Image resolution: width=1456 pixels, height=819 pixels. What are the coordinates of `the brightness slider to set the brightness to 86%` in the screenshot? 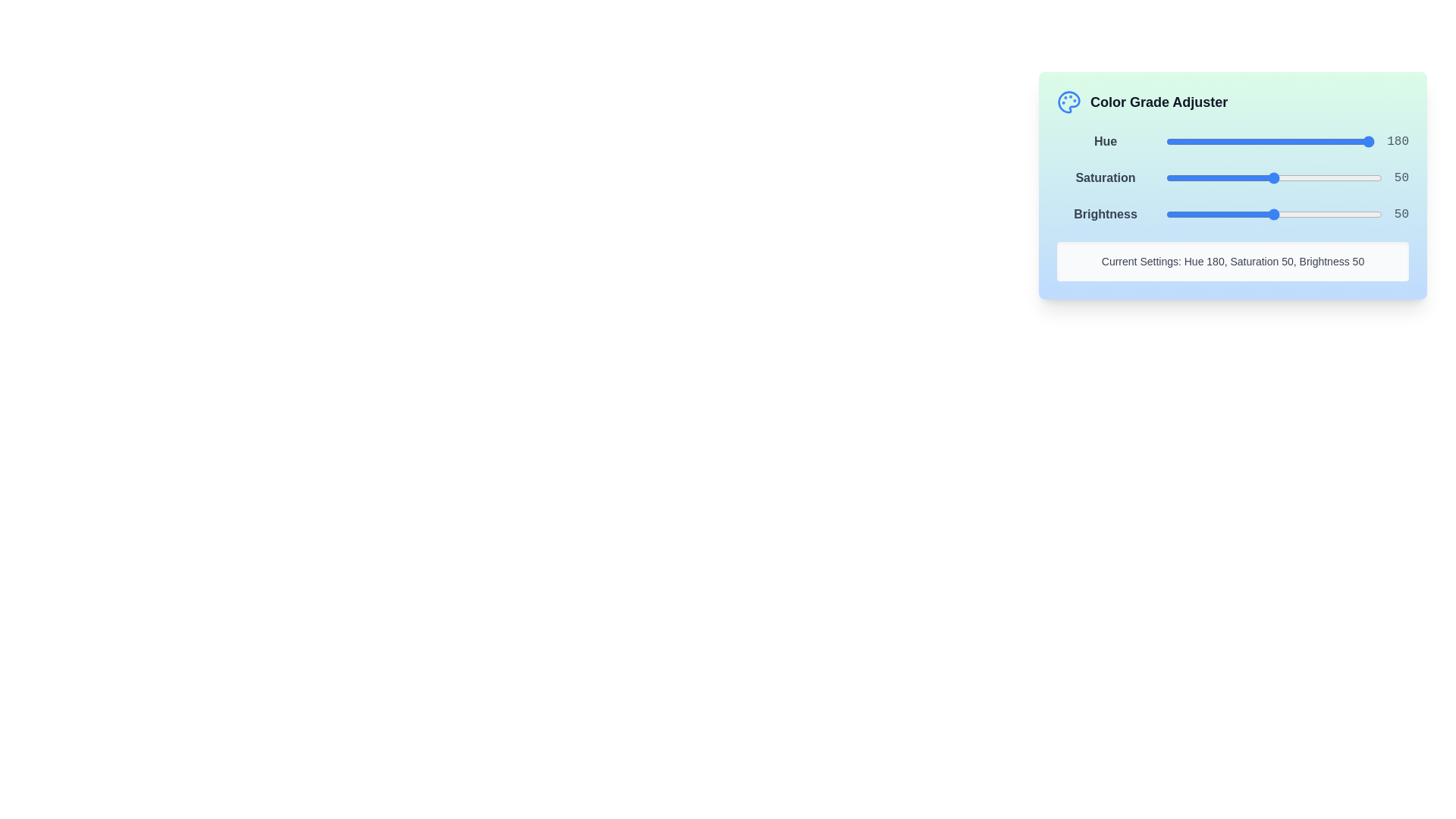 It's located at (1351, 214).